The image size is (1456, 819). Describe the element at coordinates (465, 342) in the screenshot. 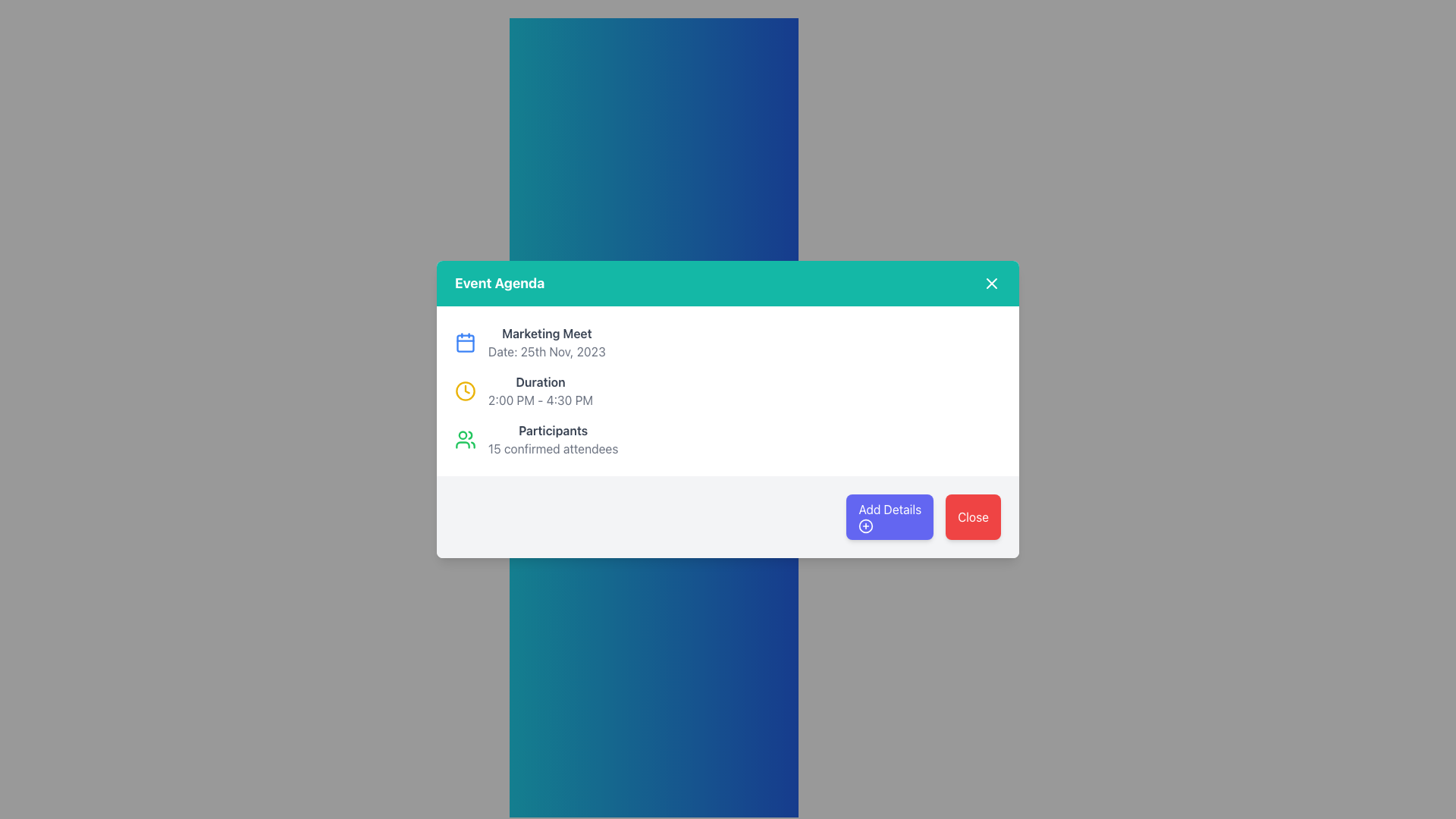

I see `the vibrant blue calendar icon located at the top-left corner of the content block for the 'Marketing Meet' entry, which precedes the title 'Marketing Meet'` at that location.